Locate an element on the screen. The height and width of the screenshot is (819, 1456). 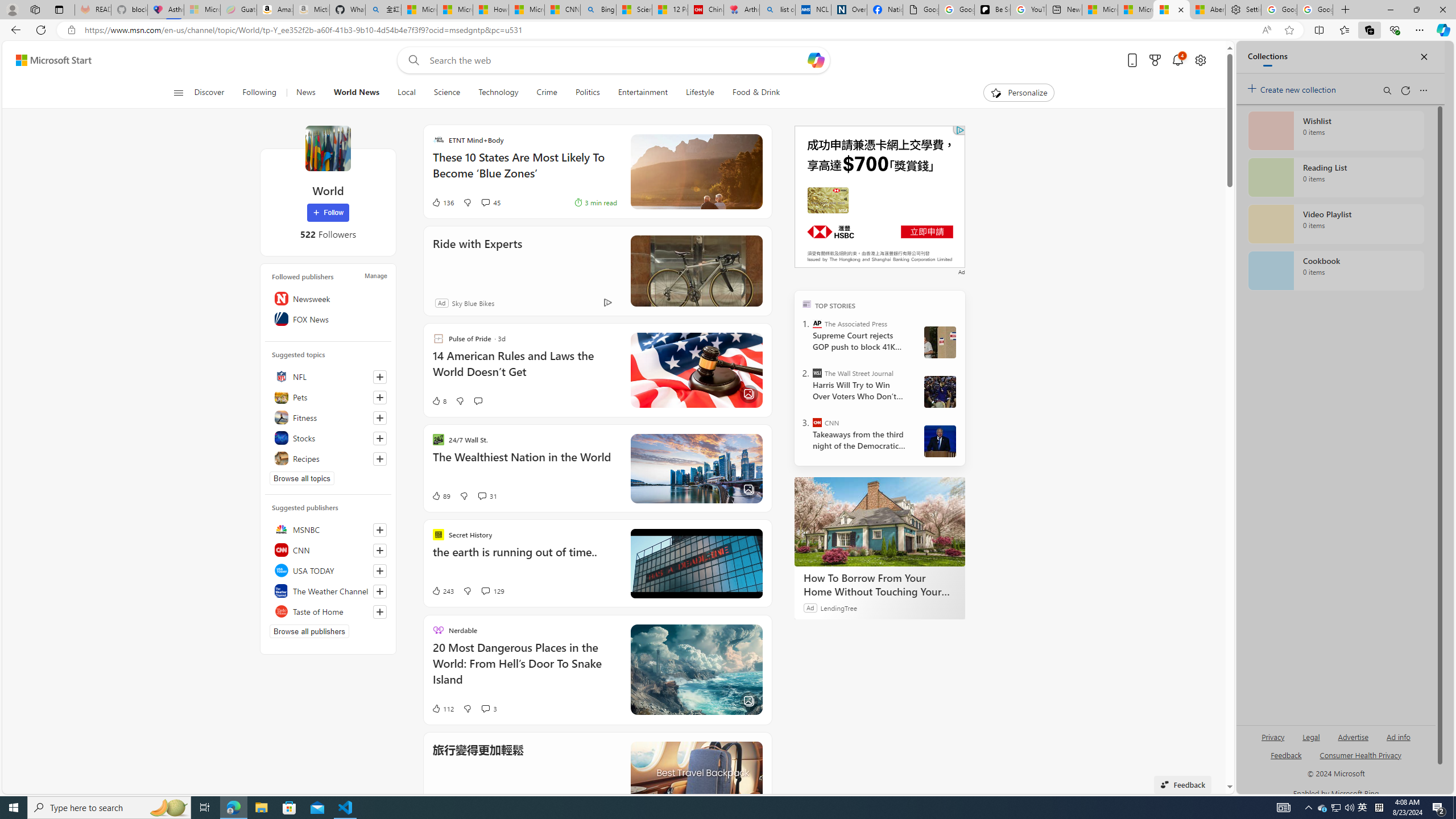
'Manage' is located at coordinates (375, 276).